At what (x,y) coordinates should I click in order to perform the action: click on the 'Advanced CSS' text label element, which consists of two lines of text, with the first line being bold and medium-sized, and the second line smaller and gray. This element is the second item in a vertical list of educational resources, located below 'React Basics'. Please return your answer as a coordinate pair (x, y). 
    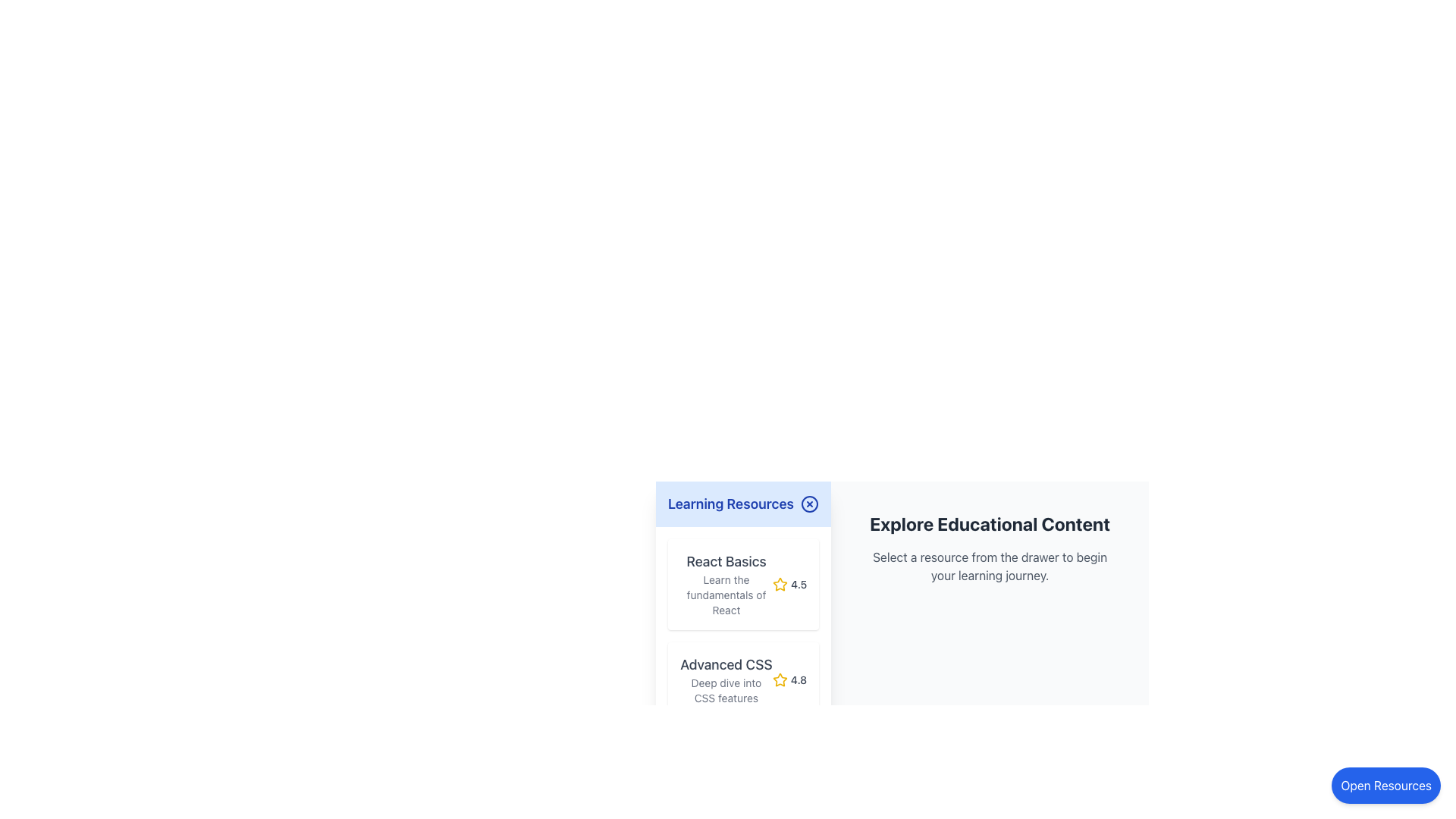
    Looking at the image, I should click on (725, 679).